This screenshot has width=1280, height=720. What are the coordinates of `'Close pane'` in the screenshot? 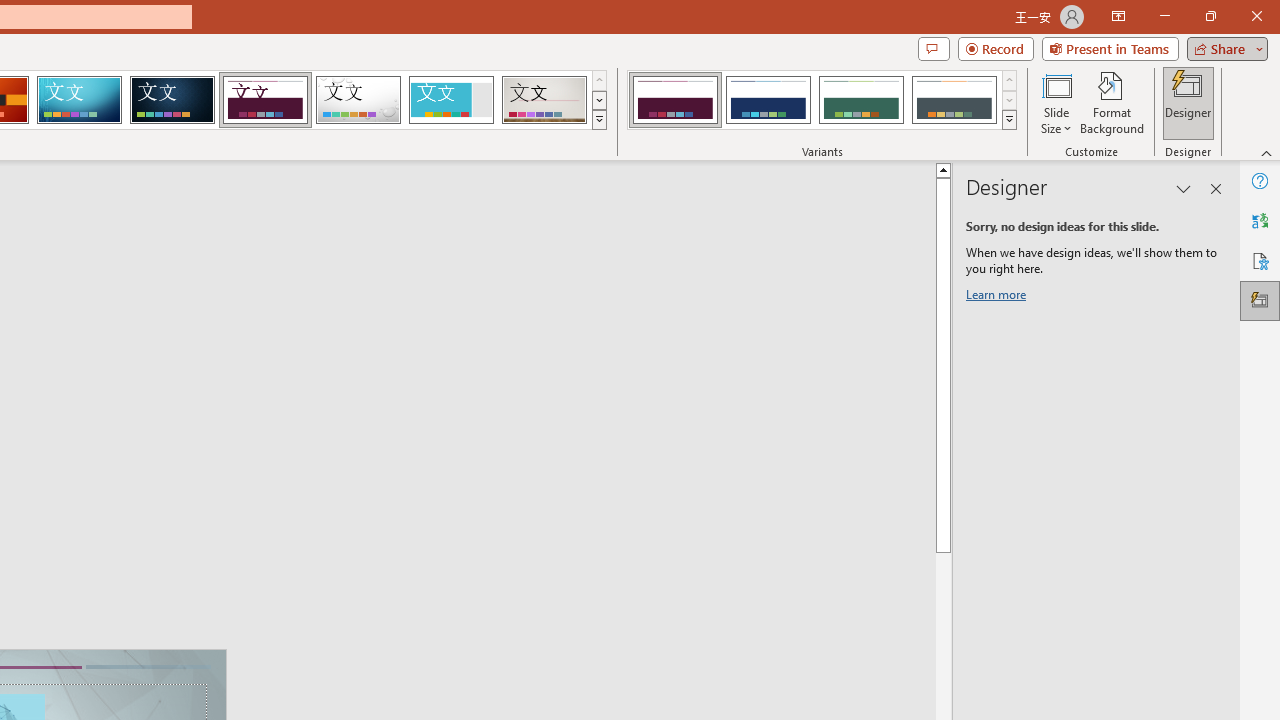 It's located at (1215, 189).